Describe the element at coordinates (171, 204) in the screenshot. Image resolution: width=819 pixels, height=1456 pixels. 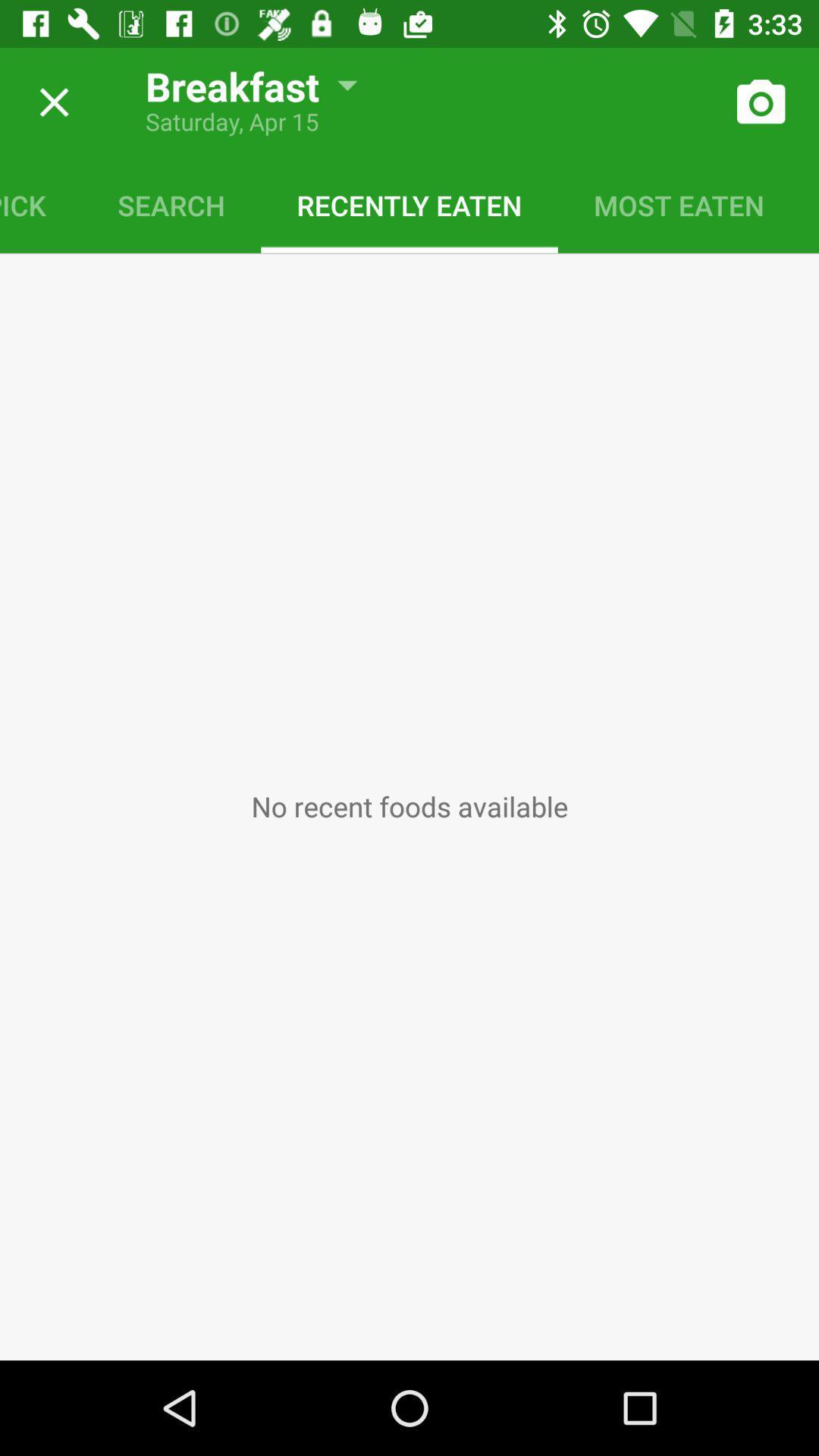
I see `item next to the recently eaten item` at that location.